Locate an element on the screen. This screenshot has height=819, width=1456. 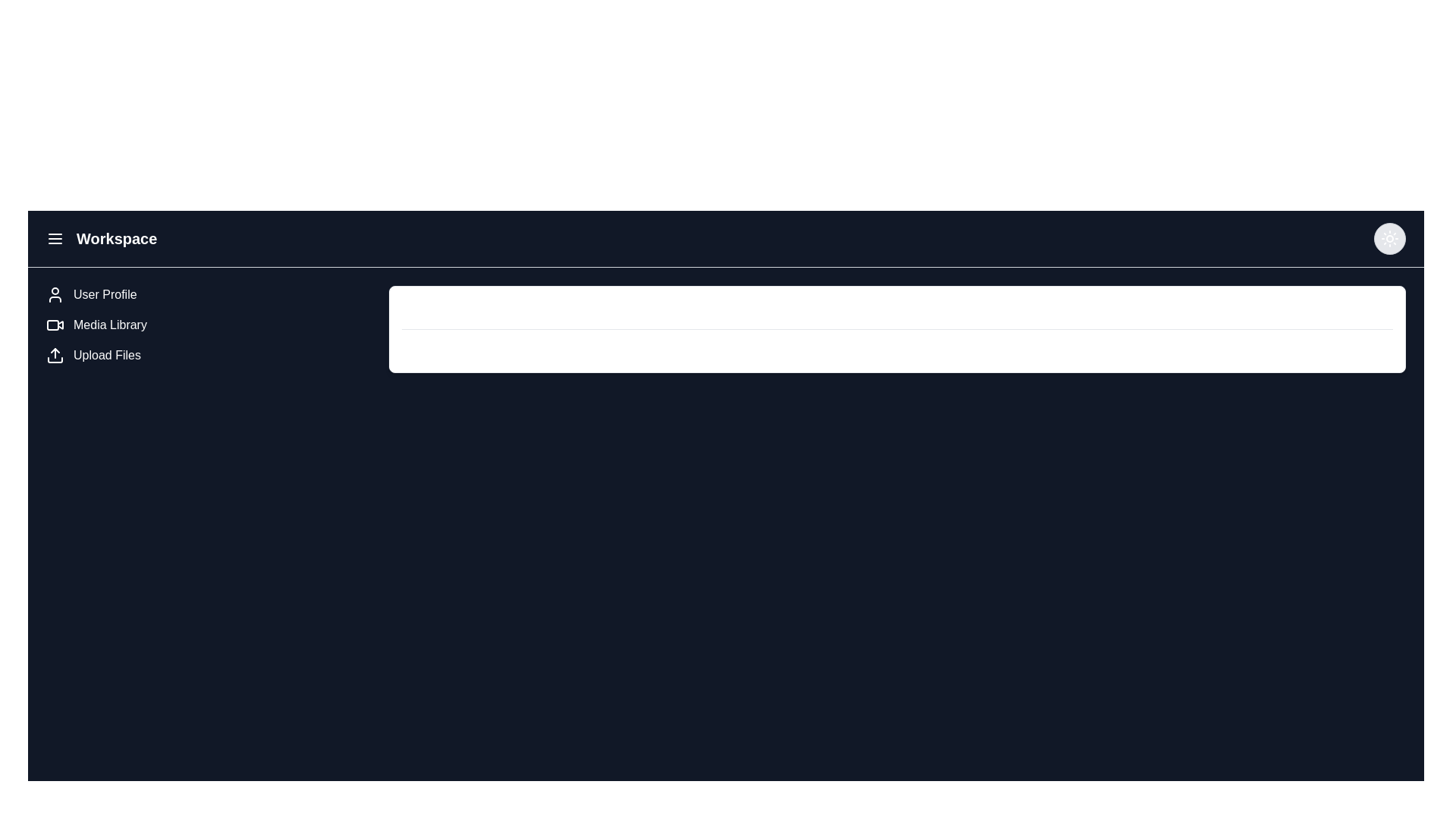
the small rectangle button with rounded corners located within the video camera icon in the left sidebar is located at coordinates (53, 324).